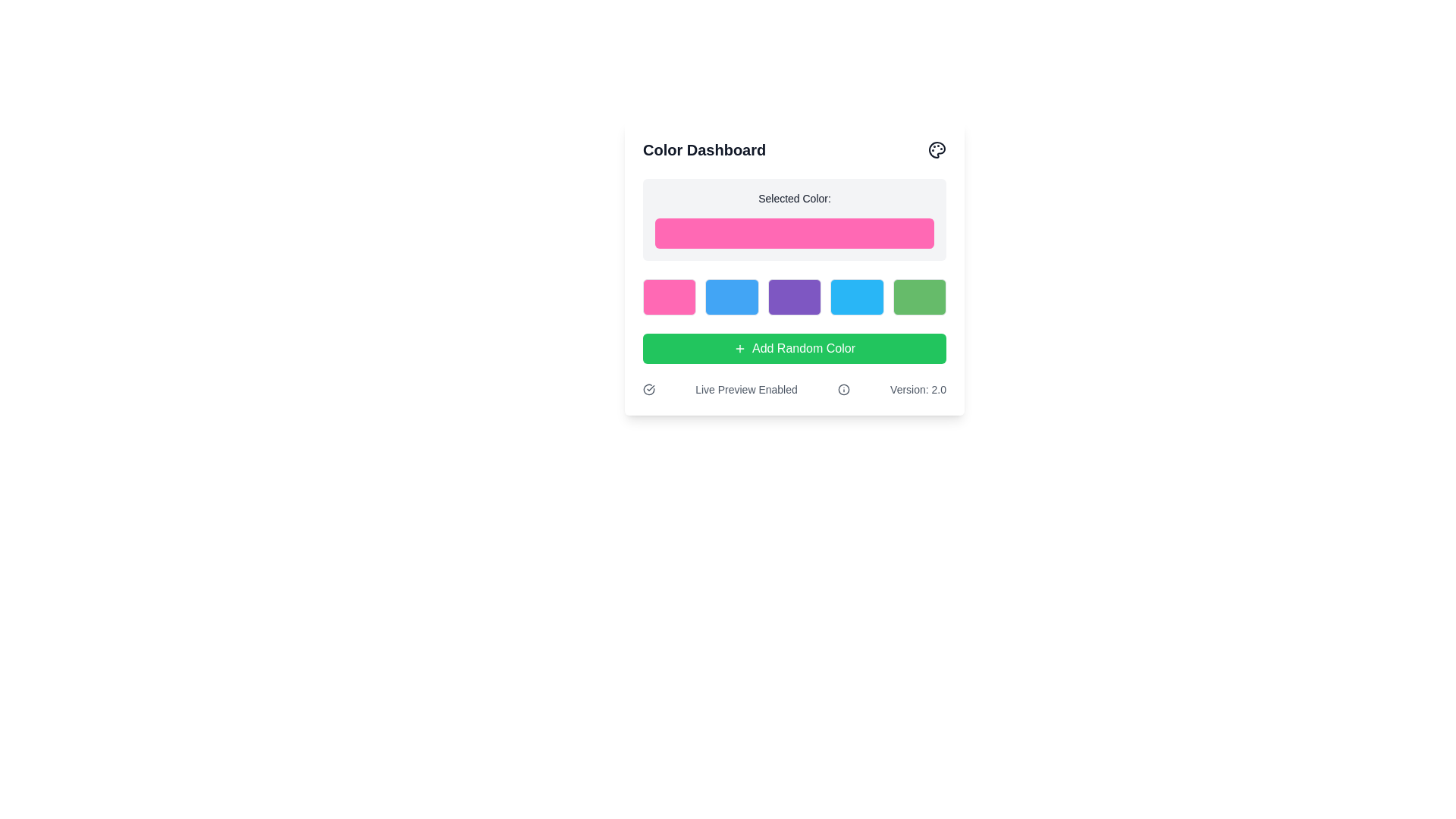 The width and height of the screenshot is (1456, 819). I want to click on the green rectangular button with rounded corners located at the bottom right of the card-like interface to get visual feedback, so click(918, 297).